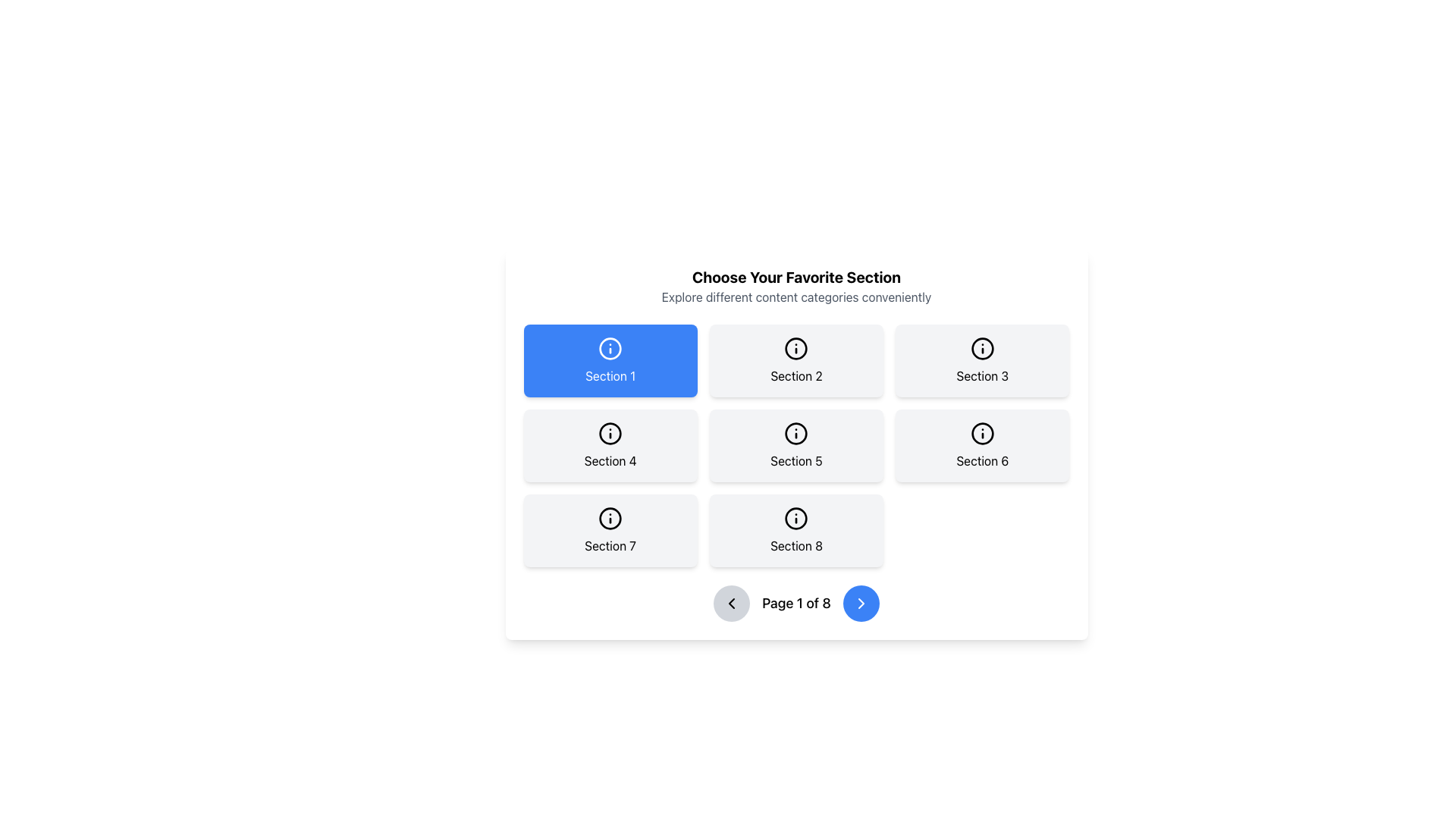 The width and height of the screenshot is (1456, 819). Describe the element at coordinates (610, 444) in the screenshot. I see `the selectable panel with rounded corners and an 'i' icon above the text 'Section 4'` at that location.